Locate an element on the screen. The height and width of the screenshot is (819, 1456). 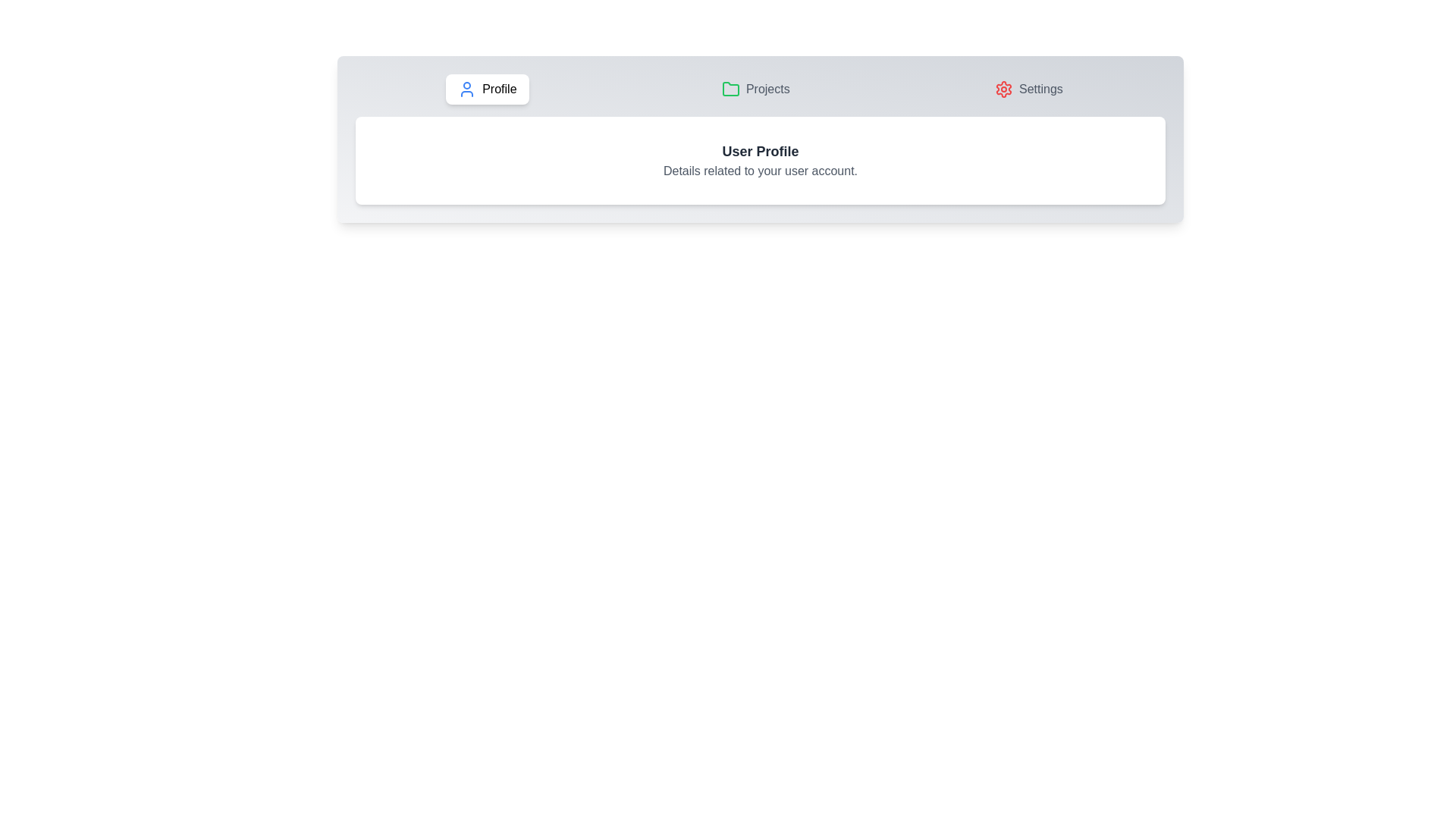
the Settings tab by clicking on the corresponding tab button is located at coordinates (1028, 89).